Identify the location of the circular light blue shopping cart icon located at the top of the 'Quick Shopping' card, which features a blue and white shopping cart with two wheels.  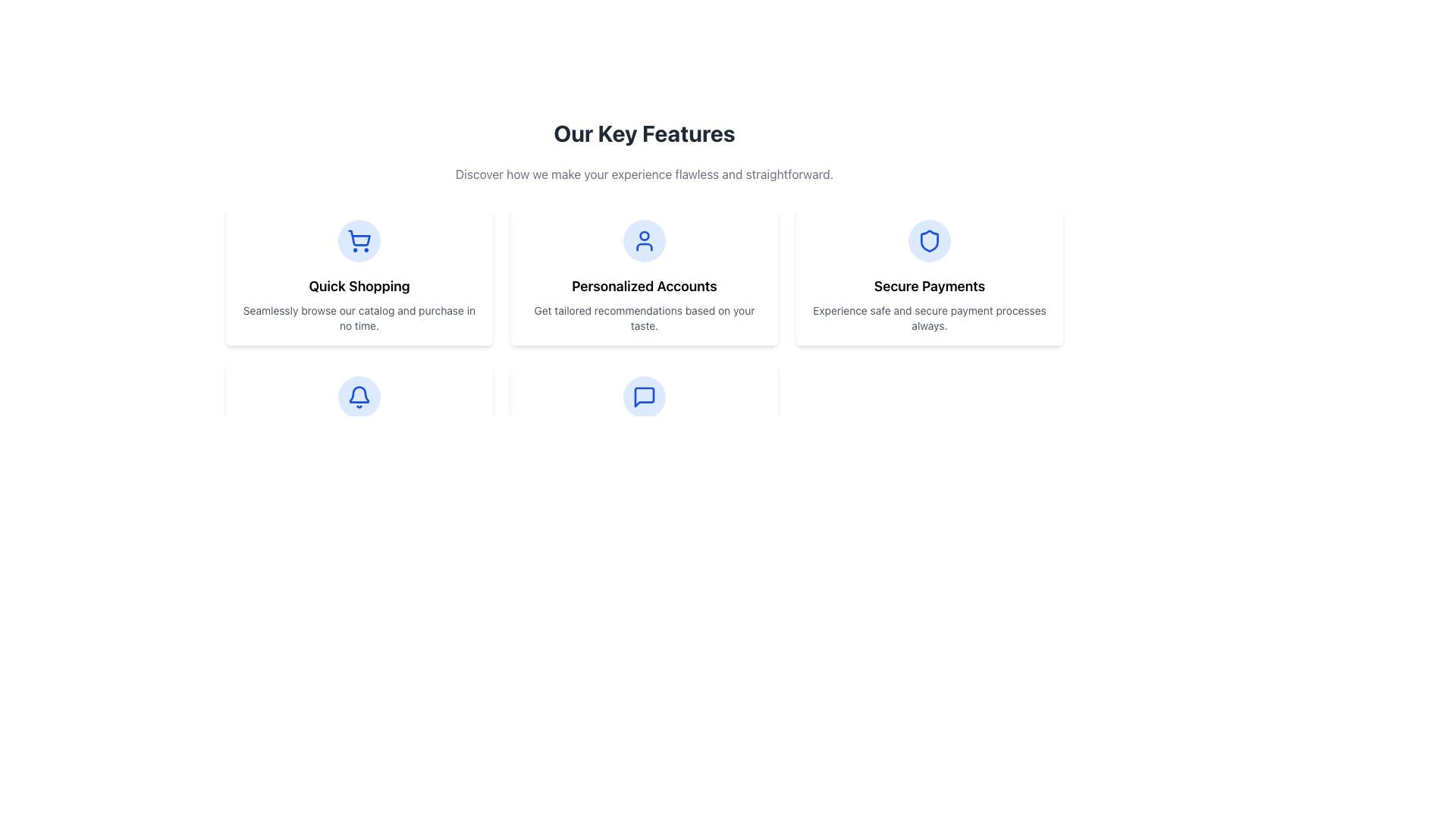
(359, 240).